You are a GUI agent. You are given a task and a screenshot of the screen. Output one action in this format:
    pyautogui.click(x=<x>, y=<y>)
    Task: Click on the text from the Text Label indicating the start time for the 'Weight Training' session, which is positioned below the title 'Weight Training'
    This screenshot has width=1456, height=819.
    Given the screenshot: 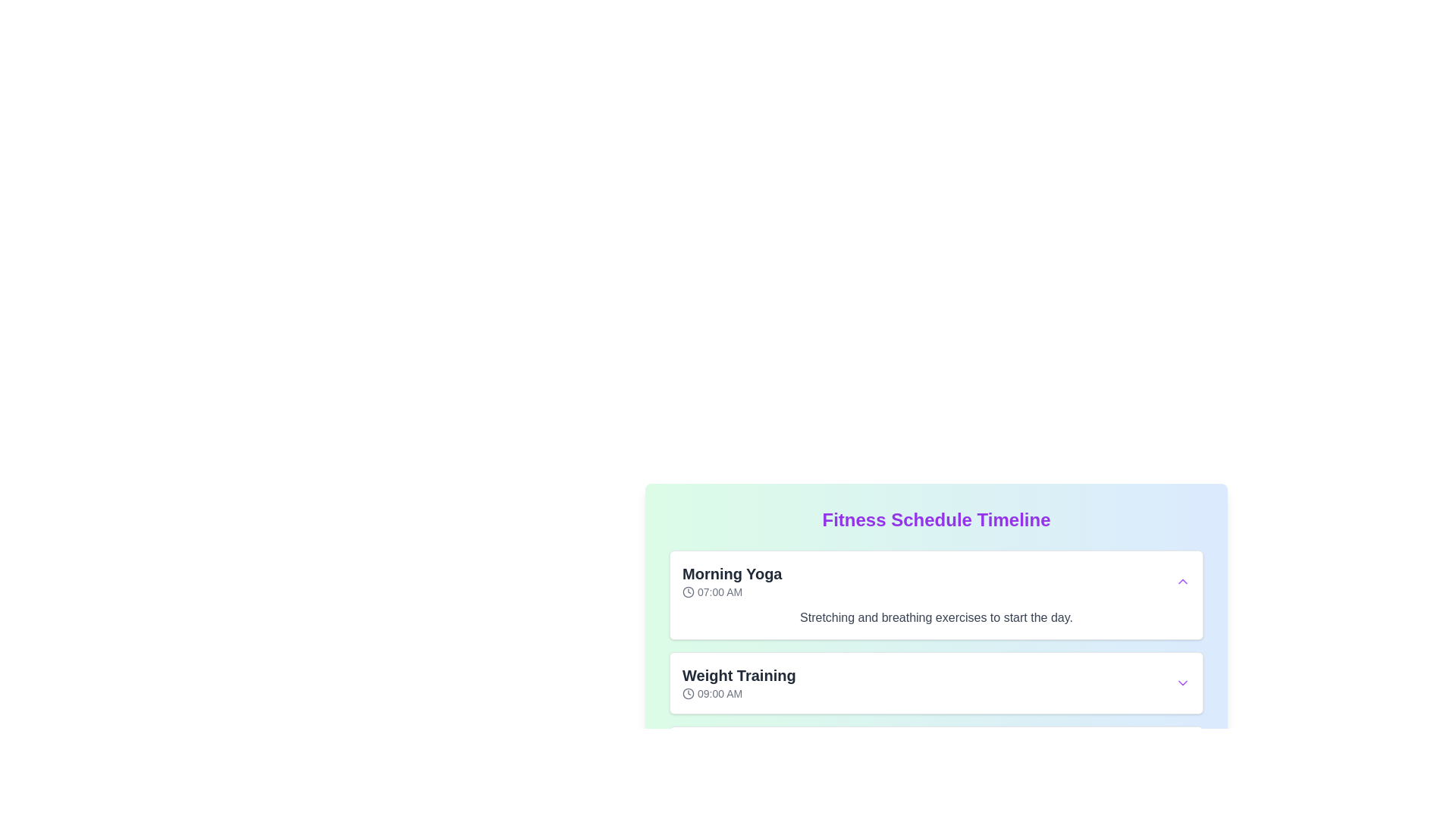 What is the action you would take?
    pyautogui.click(x=739, y=693)
    